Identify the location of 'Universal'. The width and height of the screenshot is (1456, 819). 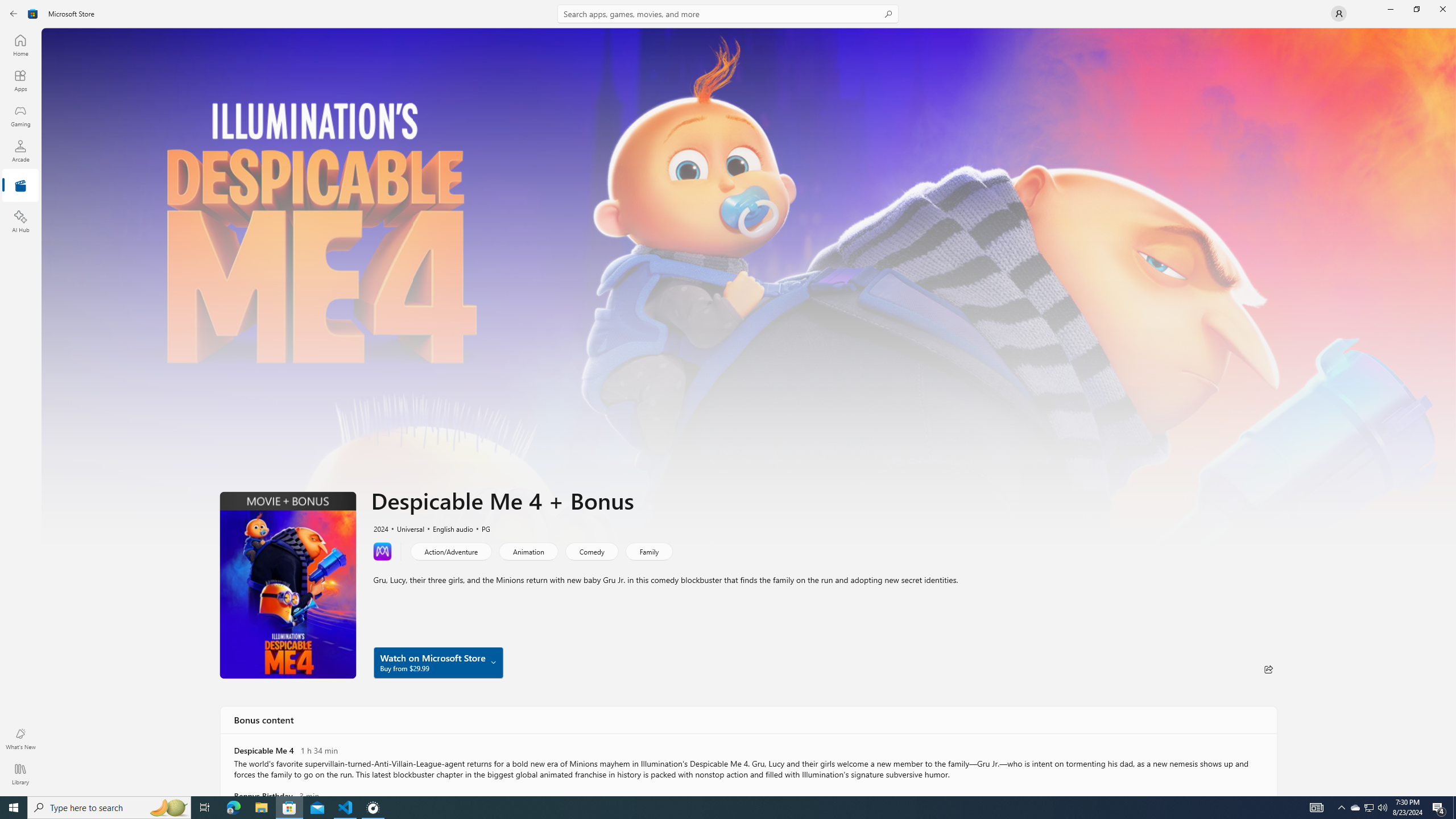
(405, 527).